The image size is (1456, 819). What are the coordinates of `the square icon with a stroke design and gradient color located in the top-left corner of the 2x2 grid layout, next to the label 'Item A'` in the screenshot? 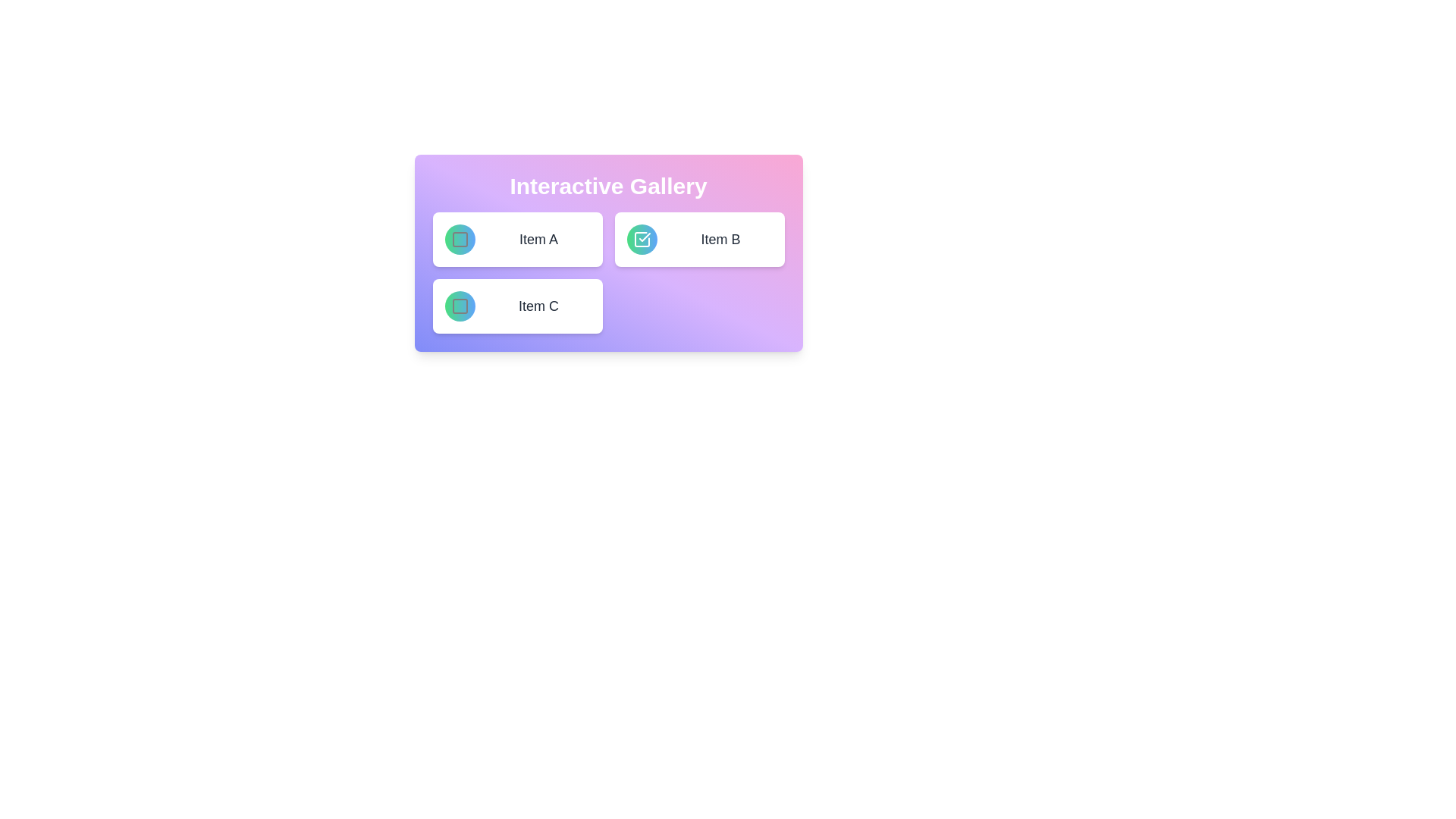 It's located at (459, 239).